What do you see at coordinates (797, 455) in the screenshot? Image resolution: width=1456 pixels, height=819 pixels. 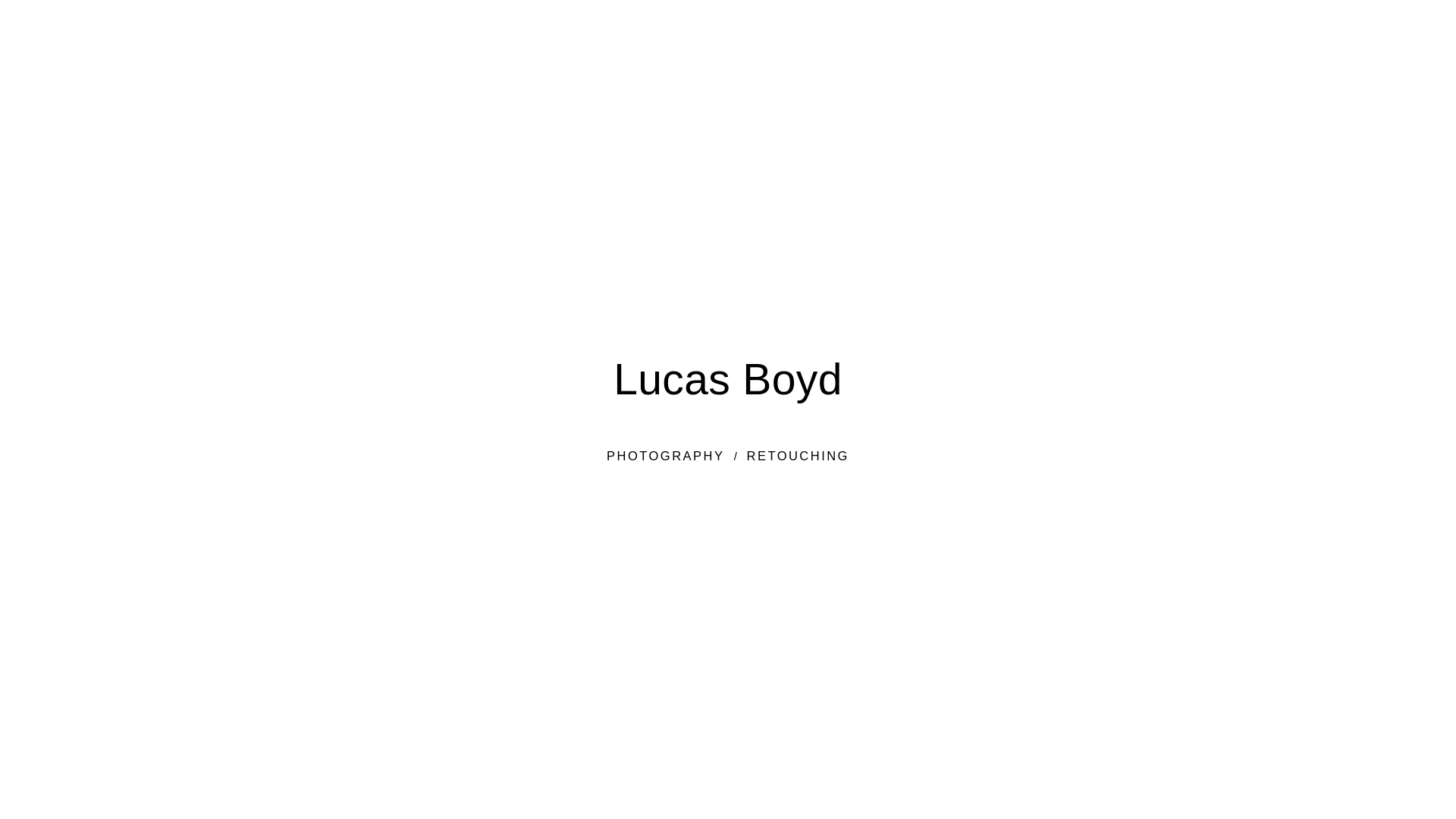 I see `'RETOUCHING'` at bounding box center [797, 455].